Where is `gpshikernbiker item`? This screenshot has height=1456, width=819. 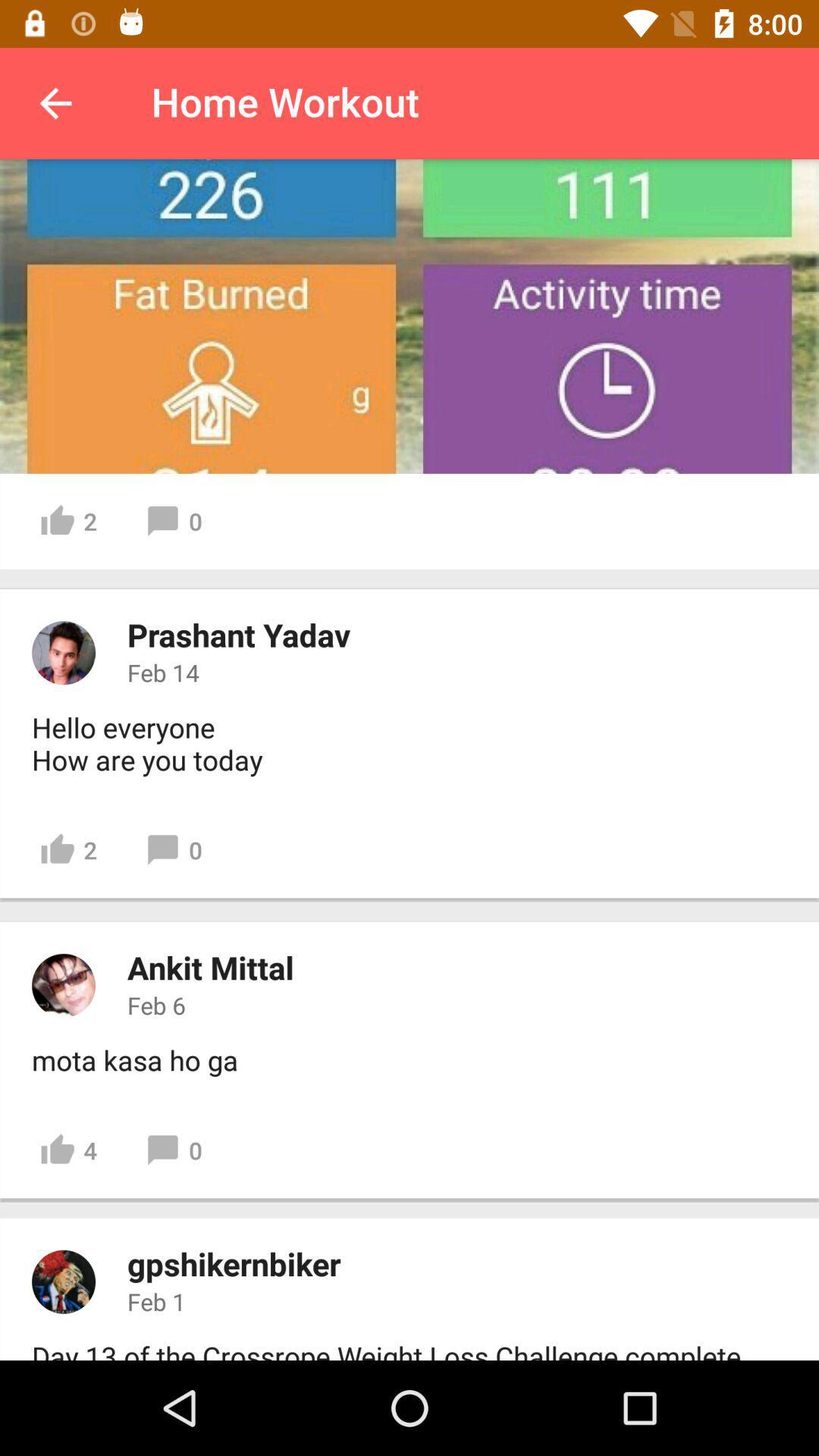
gpshikernbiker item is located at coordinates (234, 1263).